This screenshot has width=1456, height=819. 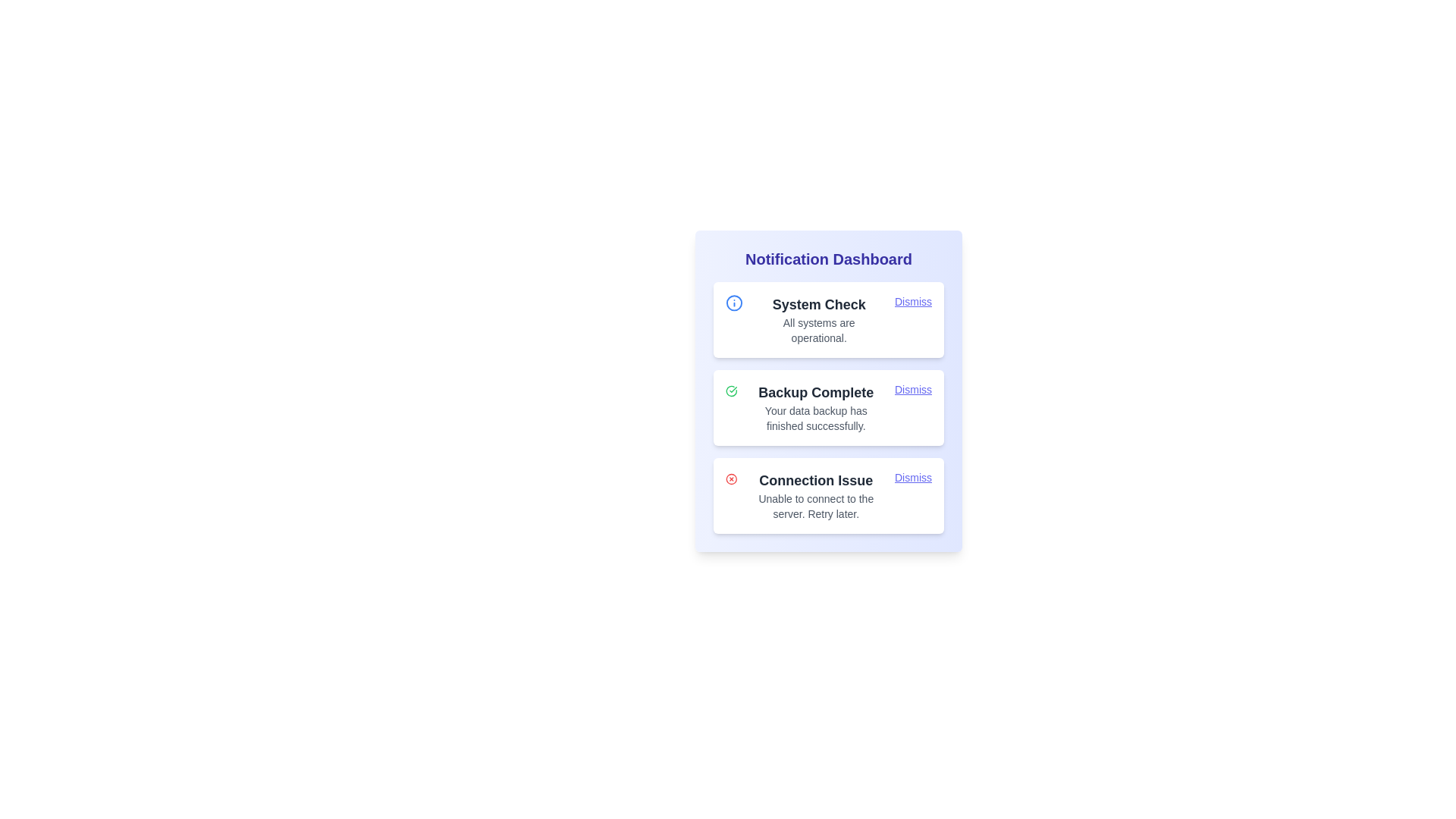 I want to click on the static text element that serves as the title or header for the notification section, located at the top of the notification card, so click(x=828, y=259).